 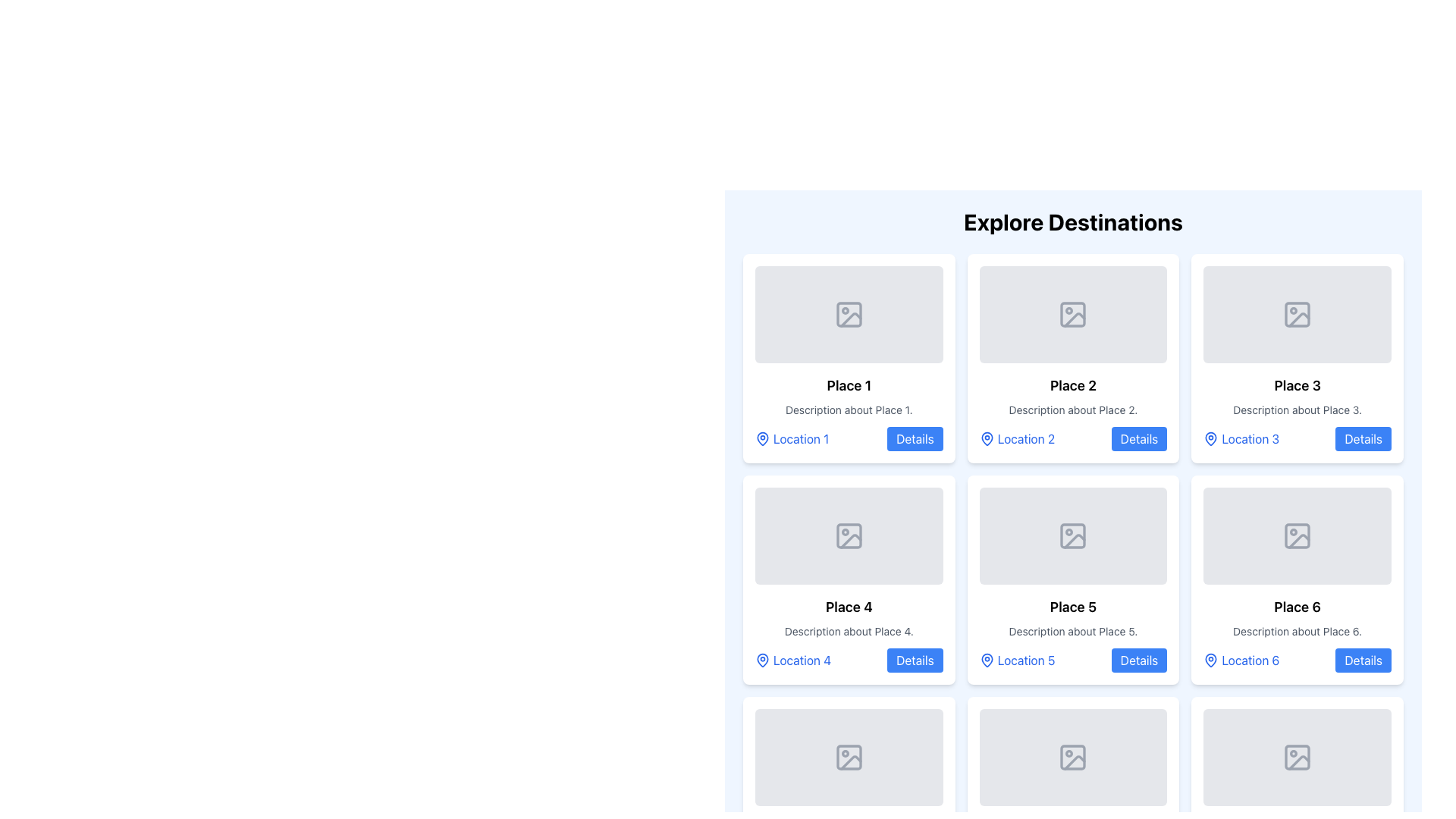 I want to click on the Placeholder Icon located in the second column and second row of the grid layout within the card labeled 'Place 4', so click(x=848, y=535).